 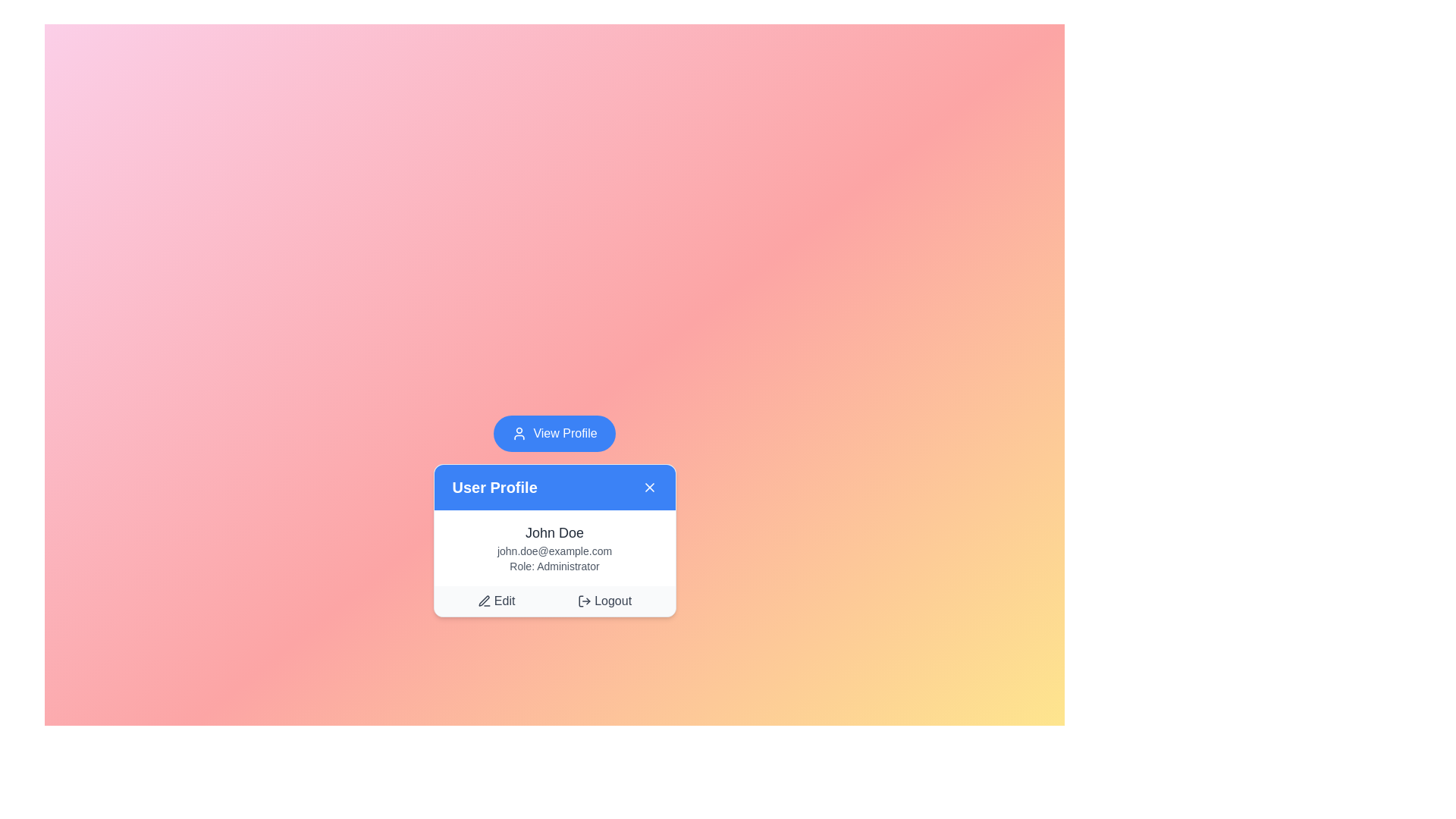 What do you see at coordinates (483, 600) in the screenshot?
I see `the SVG icon element that visually represents the 'Edit' action within the user profile card, located at the bottom left of the icon group` at bounding box center [483, 600].